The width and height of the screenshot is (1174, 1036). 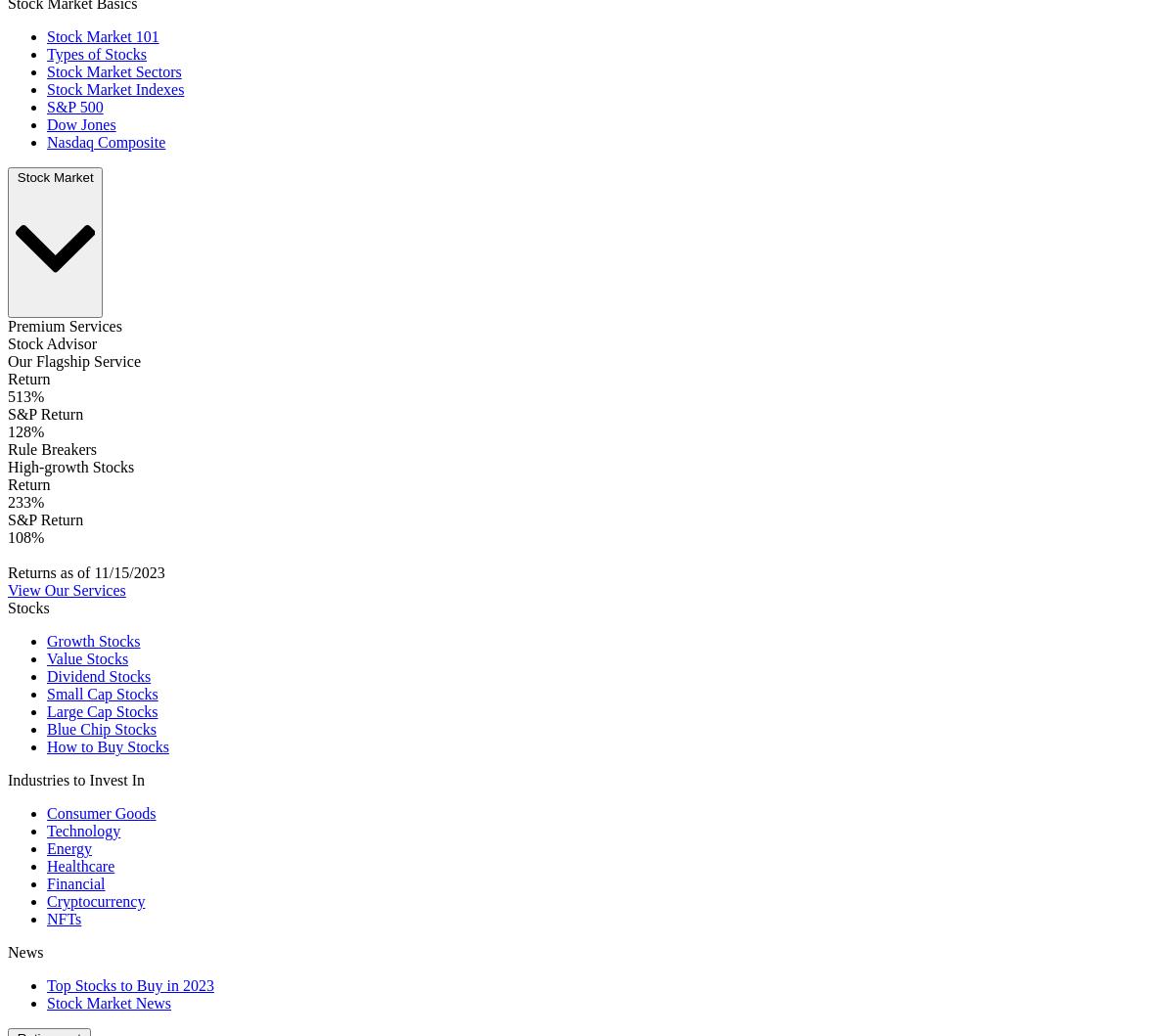 What do you see at coordinates (68, 848) in the screenshot?
I see `'Energy'` at bounding box center [68, 848].